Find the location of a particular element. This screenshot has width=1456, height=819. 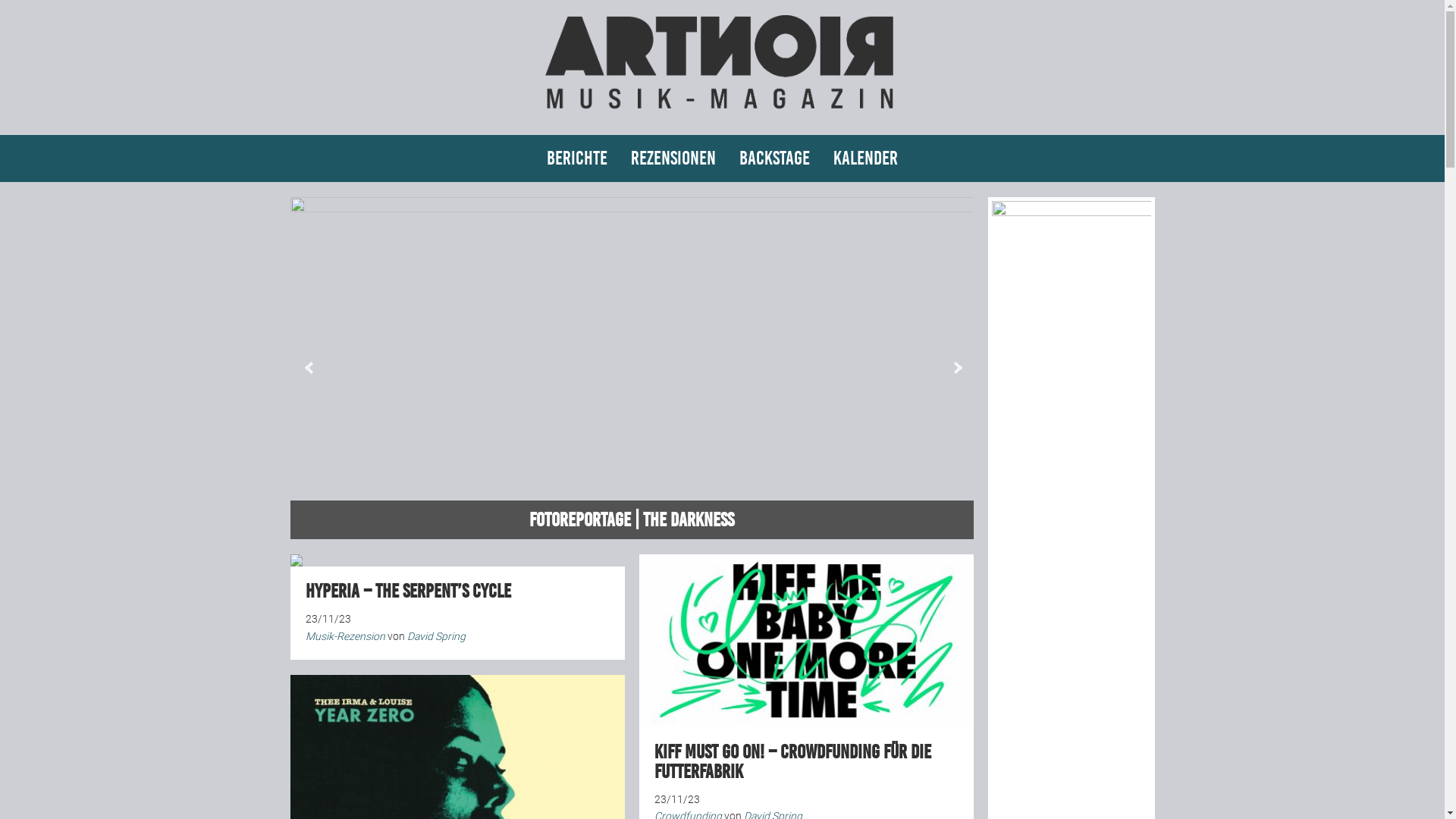

'Backstage' is located at coordinates (728, 158).